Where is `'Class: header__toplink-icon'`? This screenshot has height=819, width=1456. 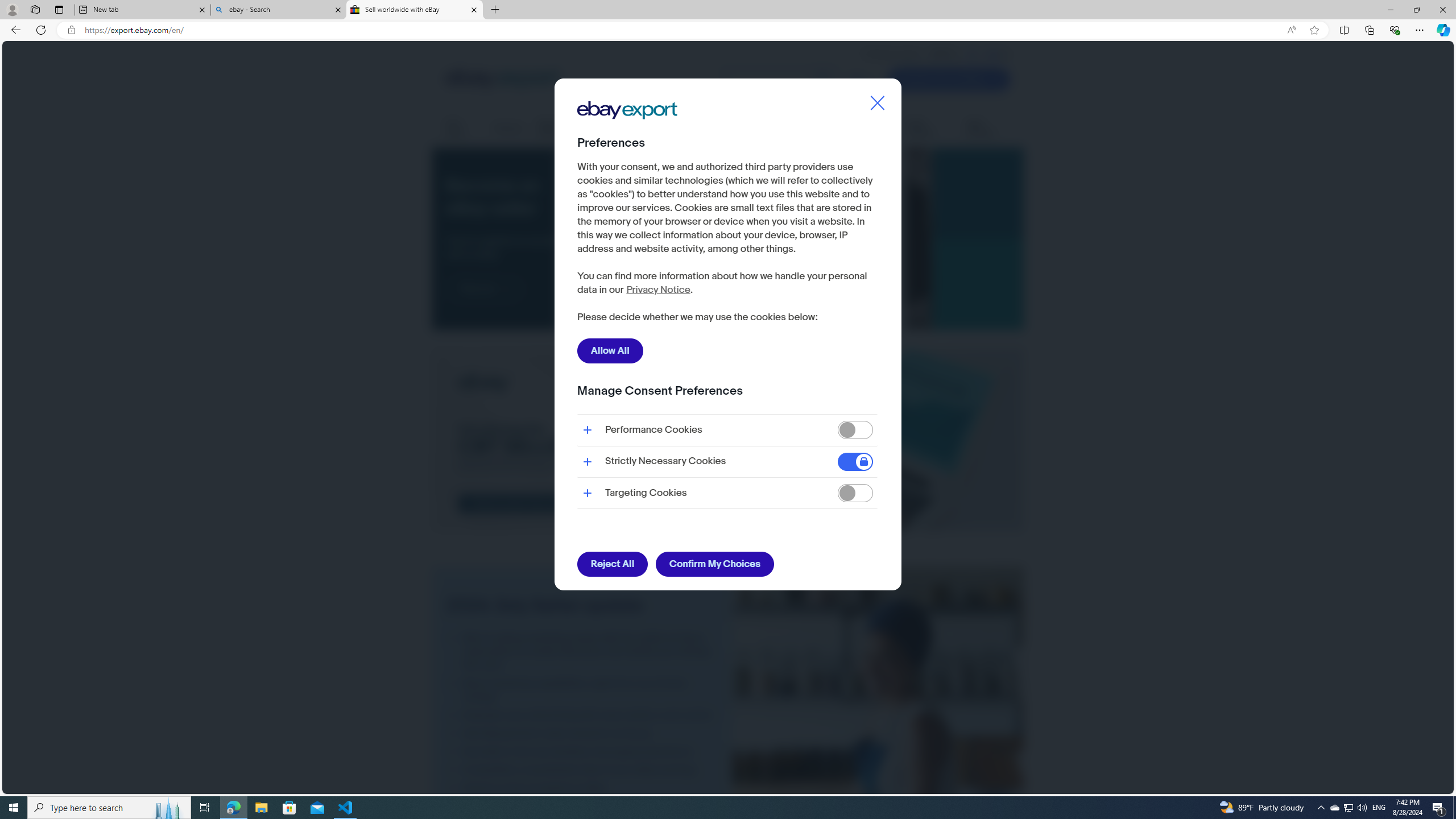 'Class: header__toplink-icon' is located at coordinates (1006, 54).